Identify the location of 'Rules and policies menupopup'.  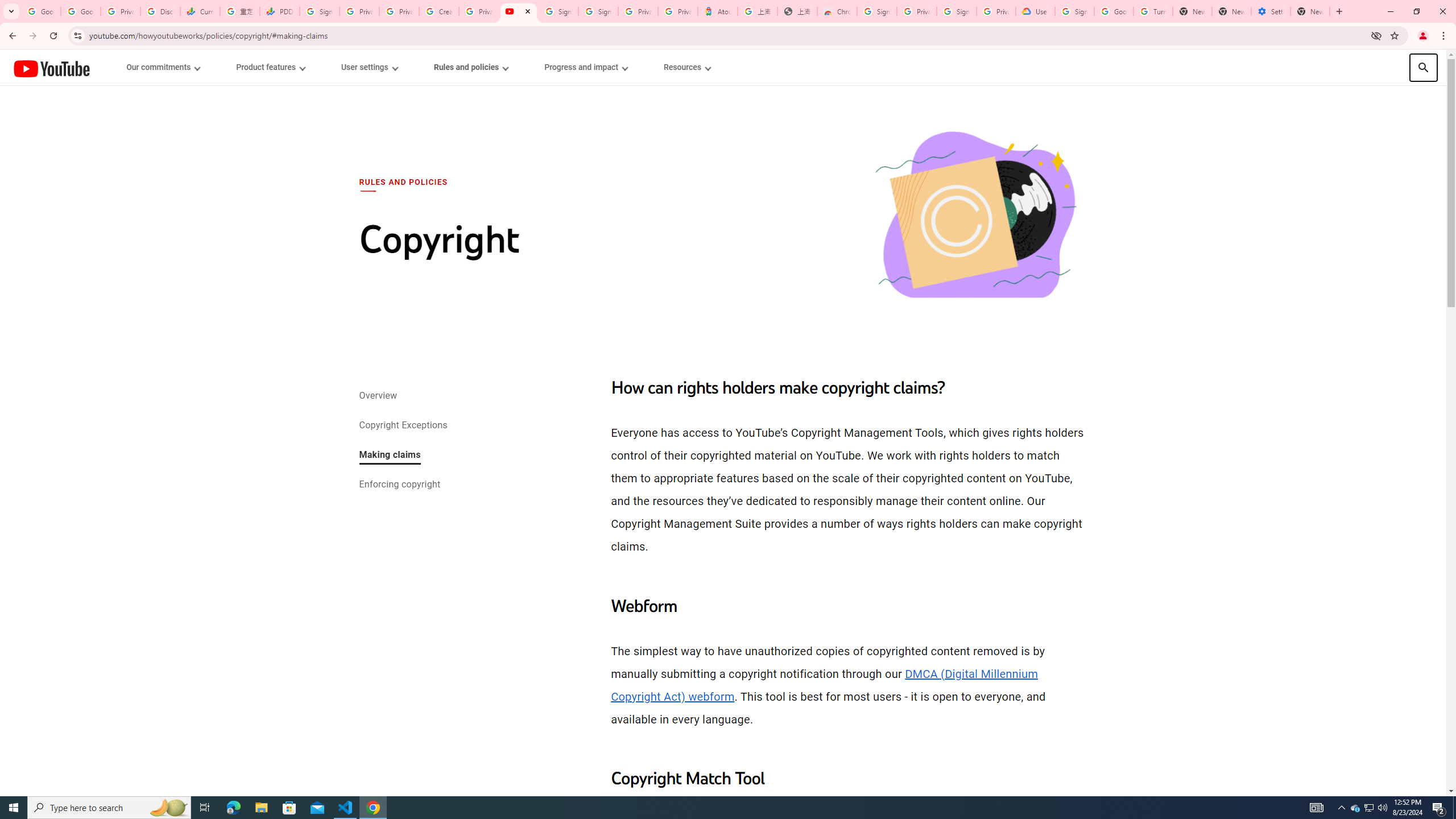
(470, 67).